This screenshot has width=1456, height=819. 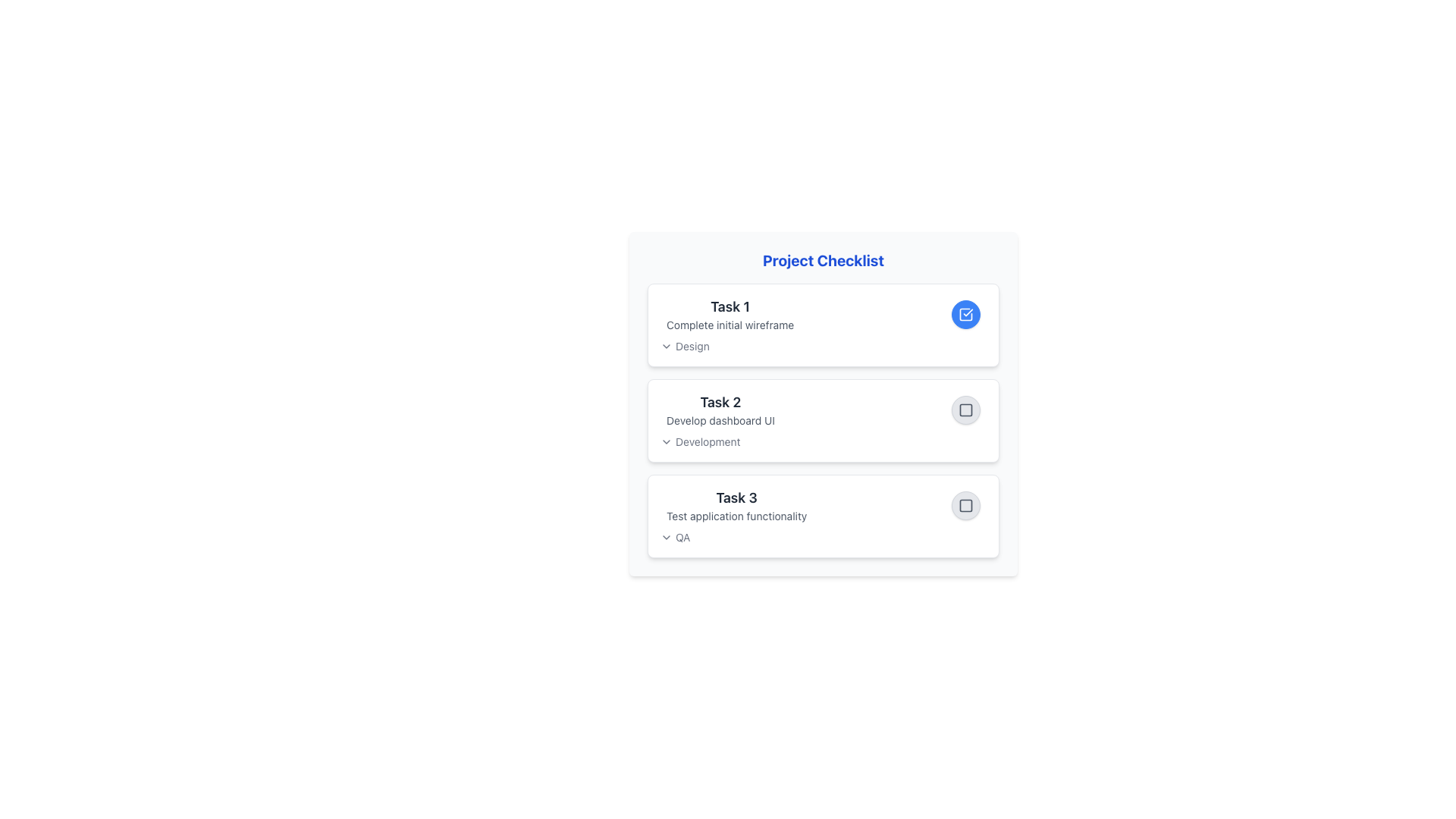 What do you see at coordinates (720, 401) in the screenshot?
I see `text label 'Task 2' displayed in bold above the description in the checklist interface` at bounding box center [720, 401].